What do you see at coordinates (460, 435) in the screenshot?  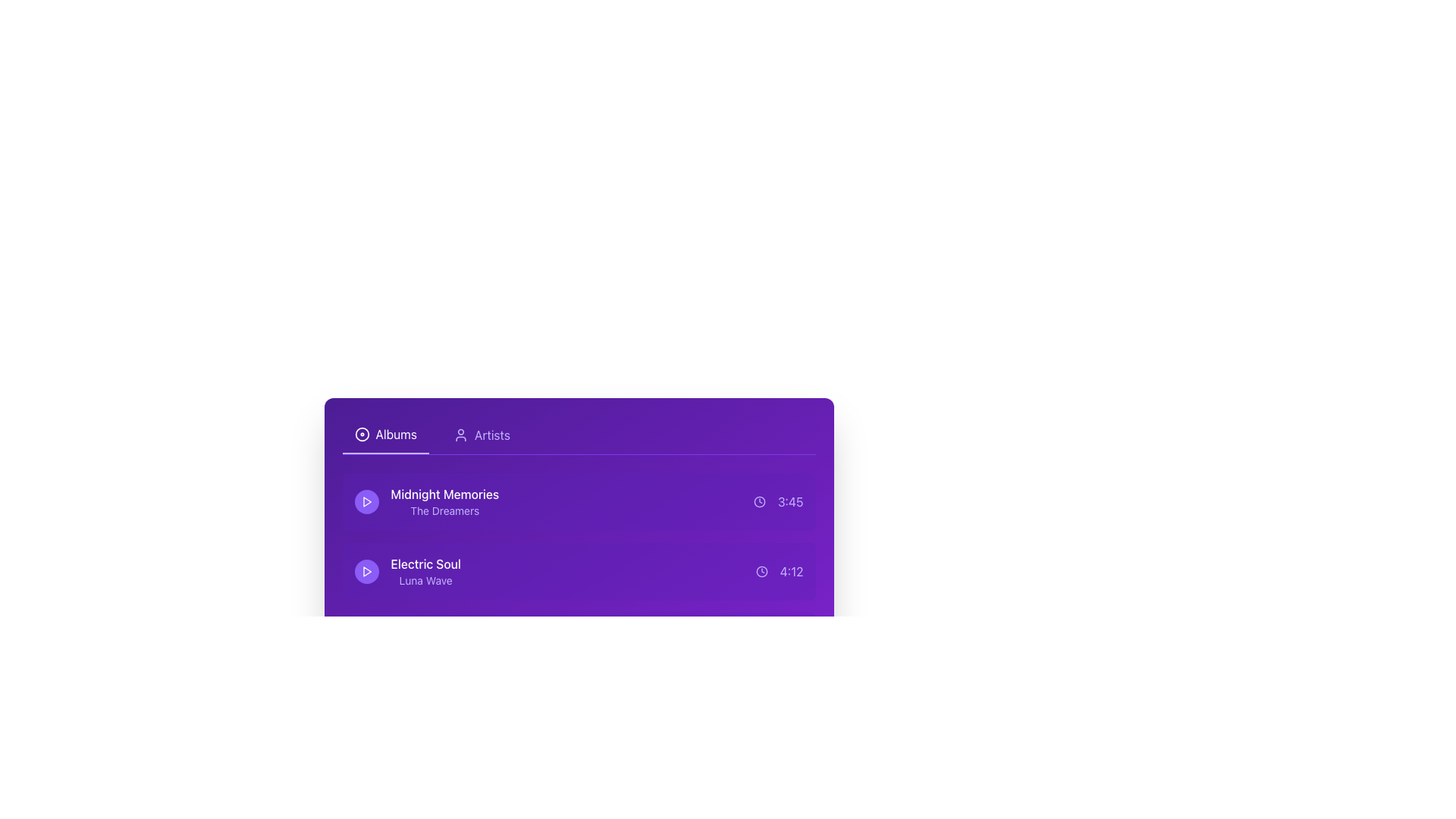 I see `the 'Artists' icon in the navigation bar` at bounding box center [460, 435].